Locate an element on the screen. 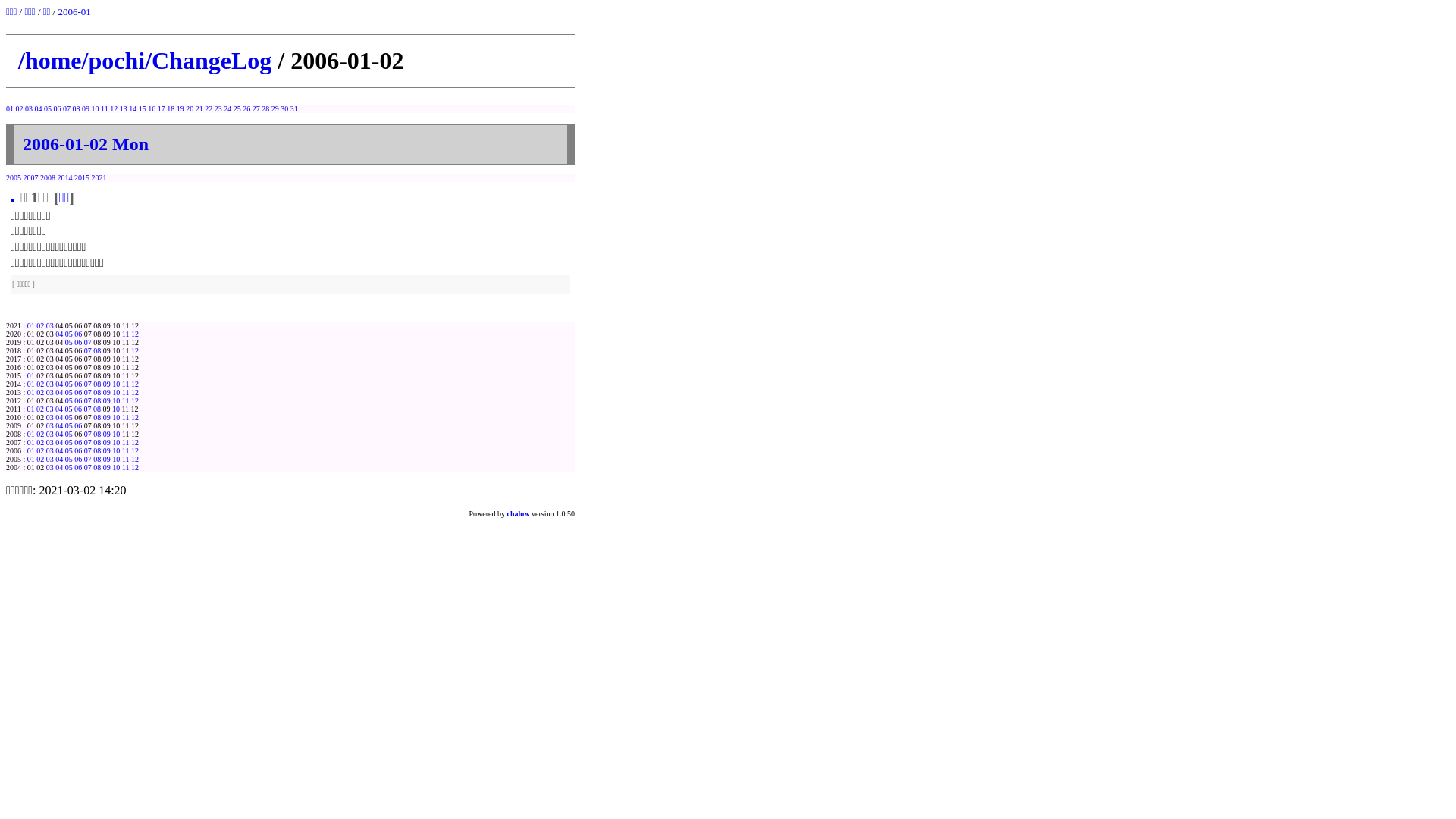 The image size is (1456, 819). '07' is located at coordinates (86, 400).